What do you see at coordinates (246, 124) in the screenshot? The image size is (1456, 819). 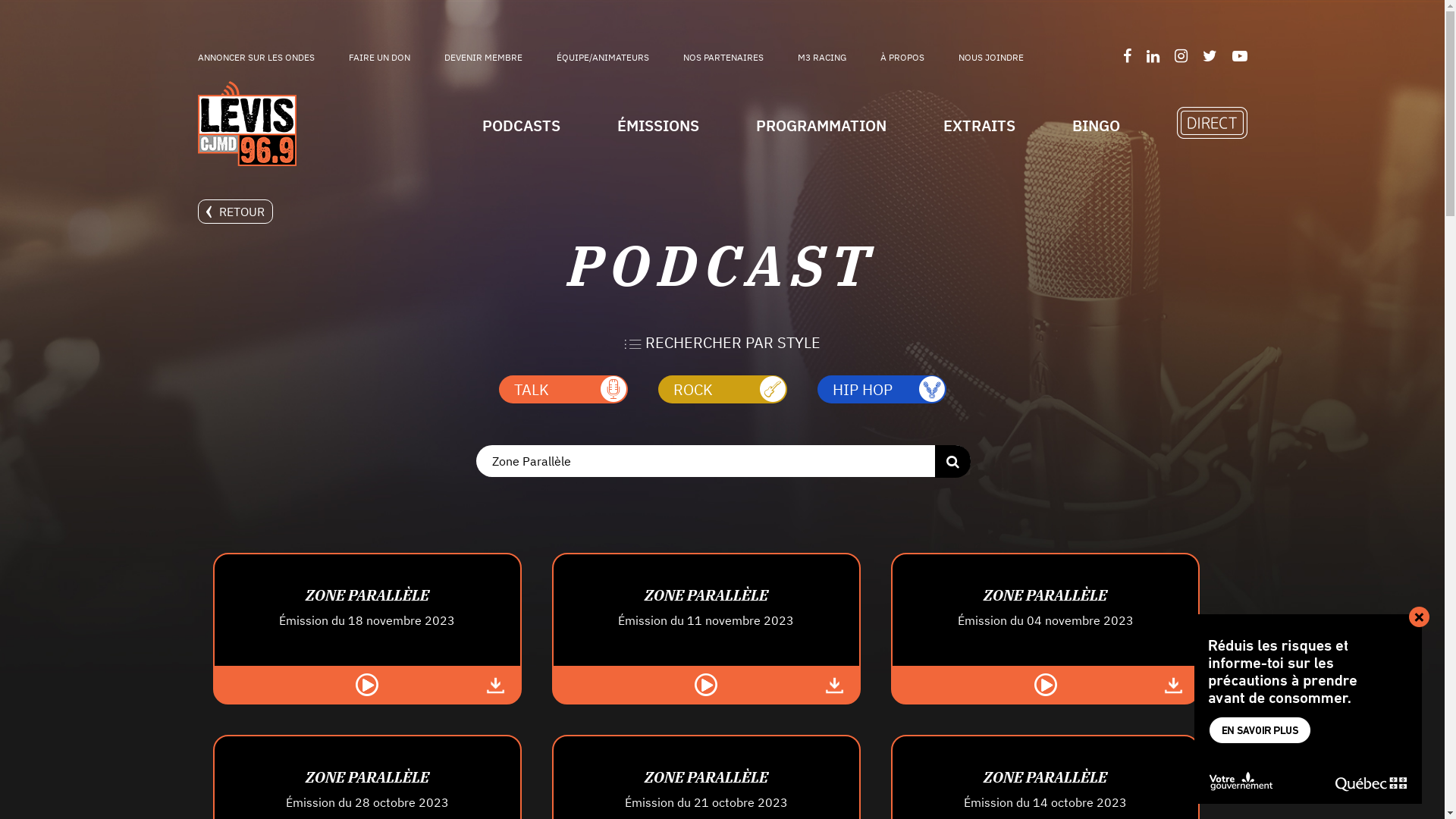 I see `'Logo 96.9FM'` at bounding box center [246, 124].